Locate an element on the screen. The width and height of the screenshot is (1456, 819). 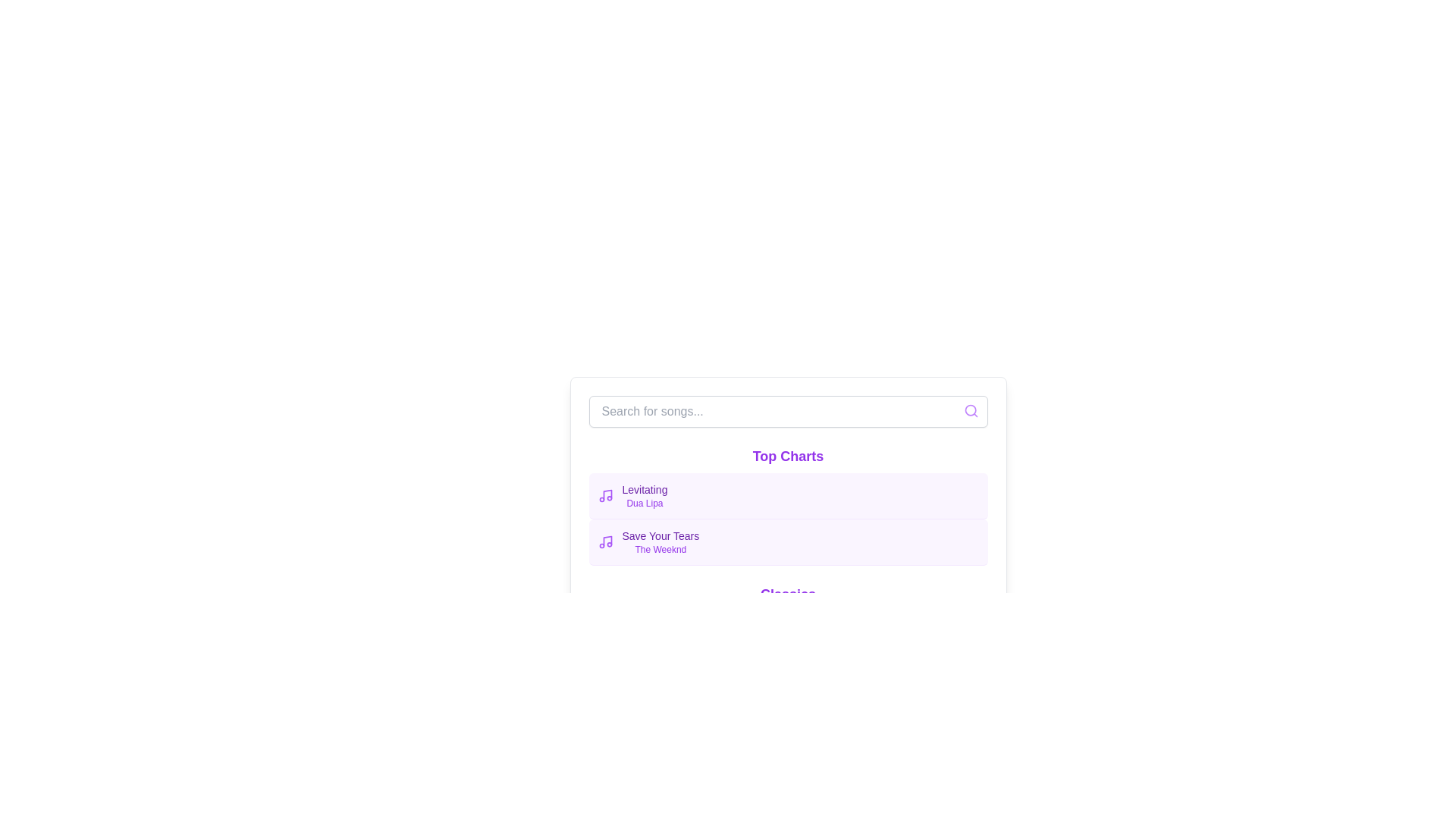
the text label that indicates 'Top Charts', which is positioned near the top of the list, directly below the search bar is located at coordinates (788, 455).